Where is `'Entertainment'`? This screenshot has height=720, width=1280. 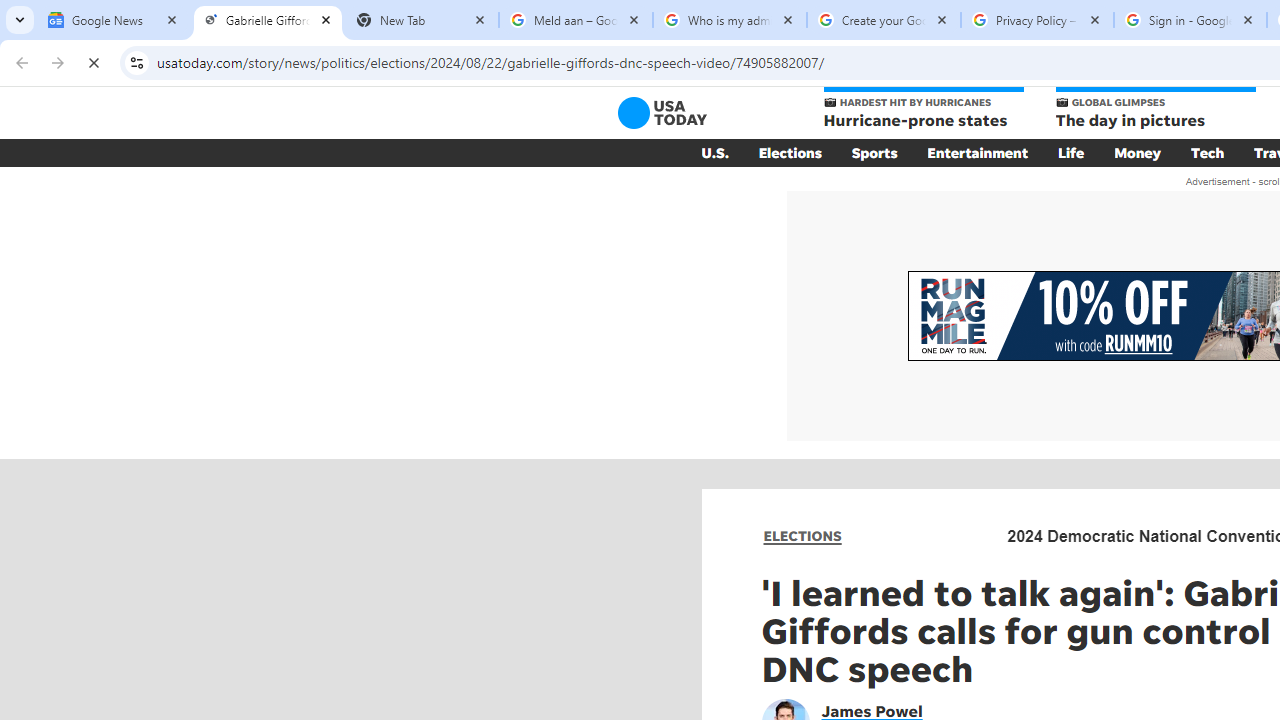 'Entertainment' is located at coordinates (977, 152).